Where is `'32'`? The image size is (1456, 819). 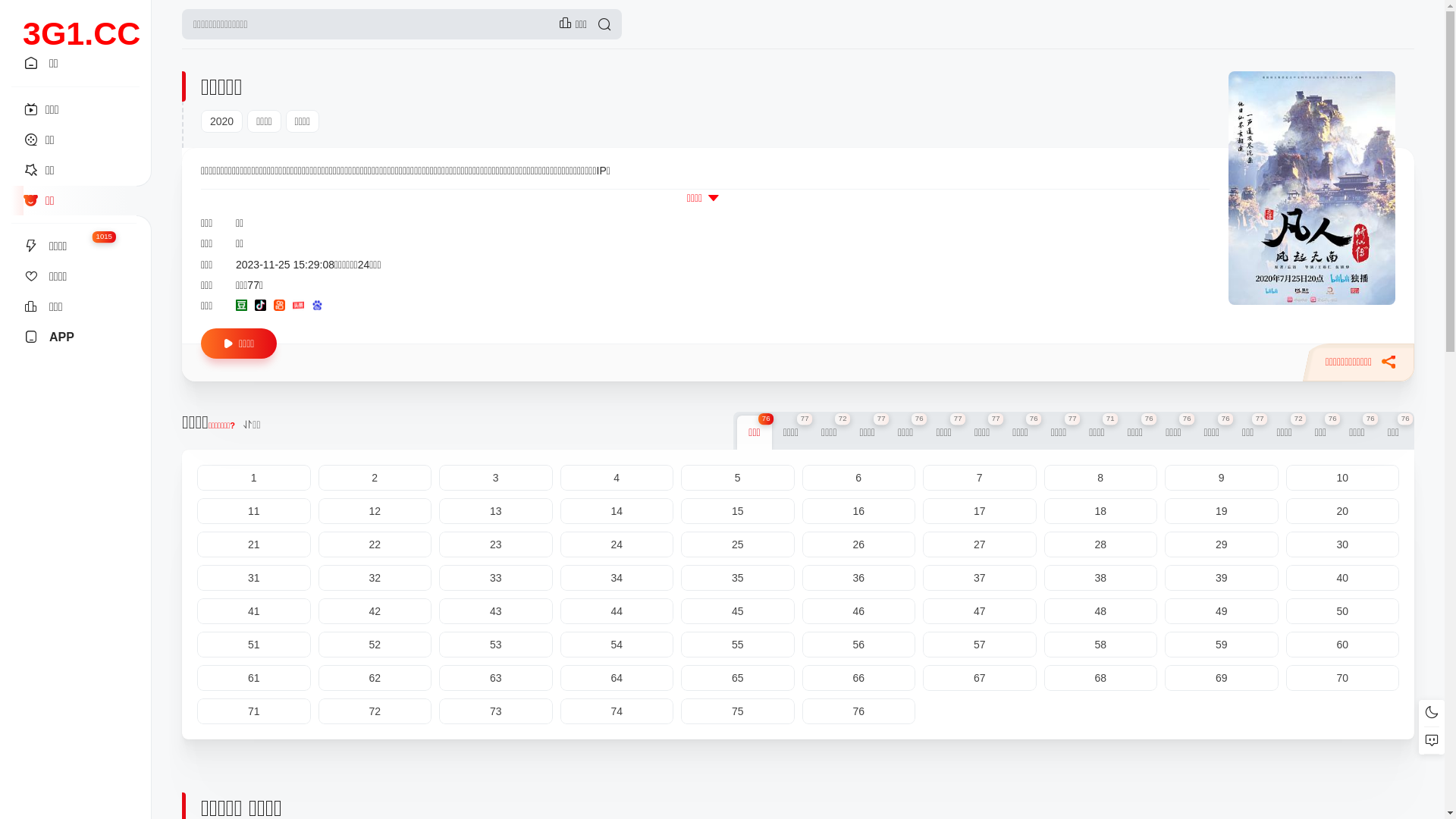
'32' is located at coordinates (375, 578).